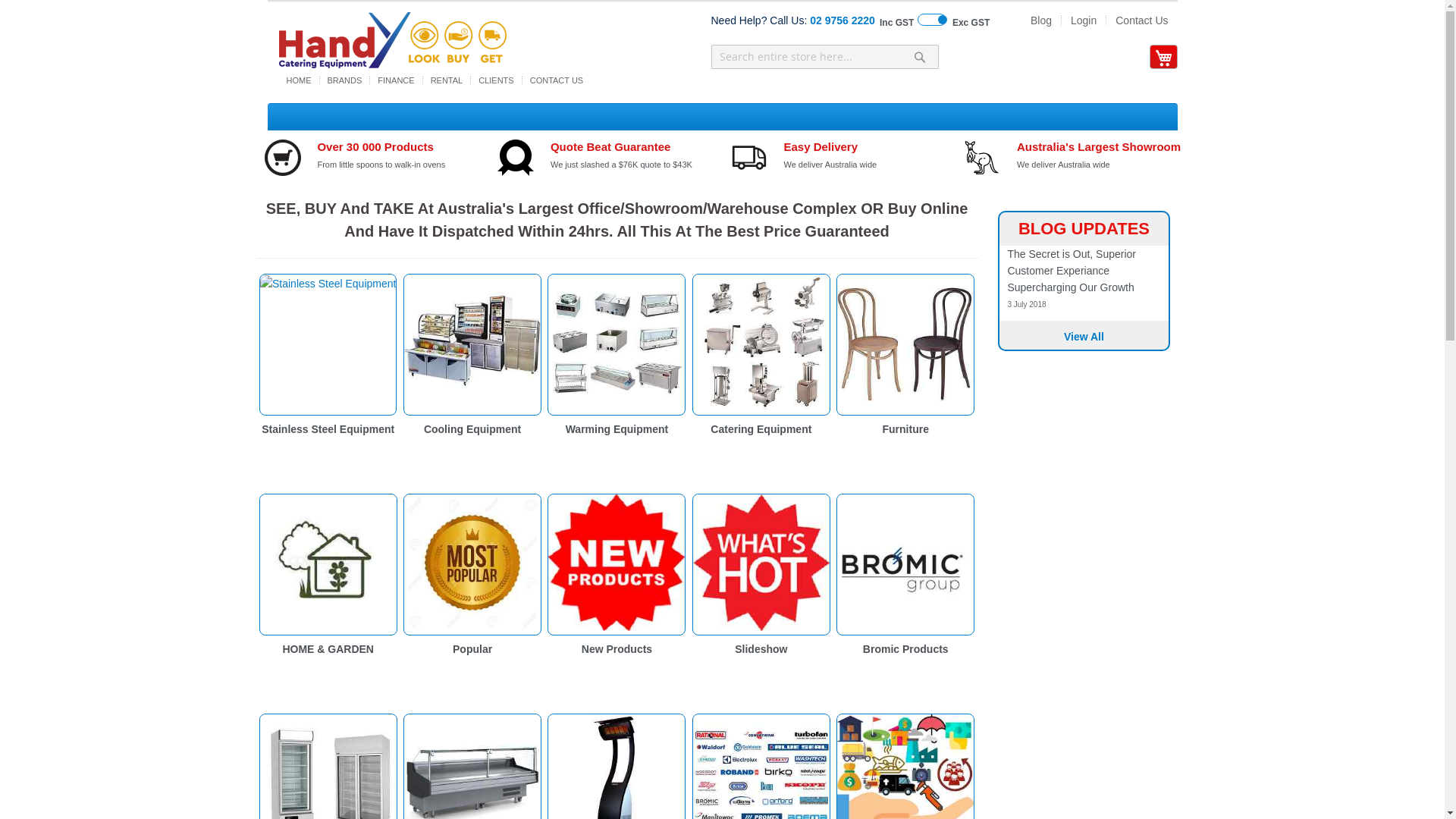  Describe the element at coordinates (299, 80) in the screenshot. I see `'HOME'` at that location.